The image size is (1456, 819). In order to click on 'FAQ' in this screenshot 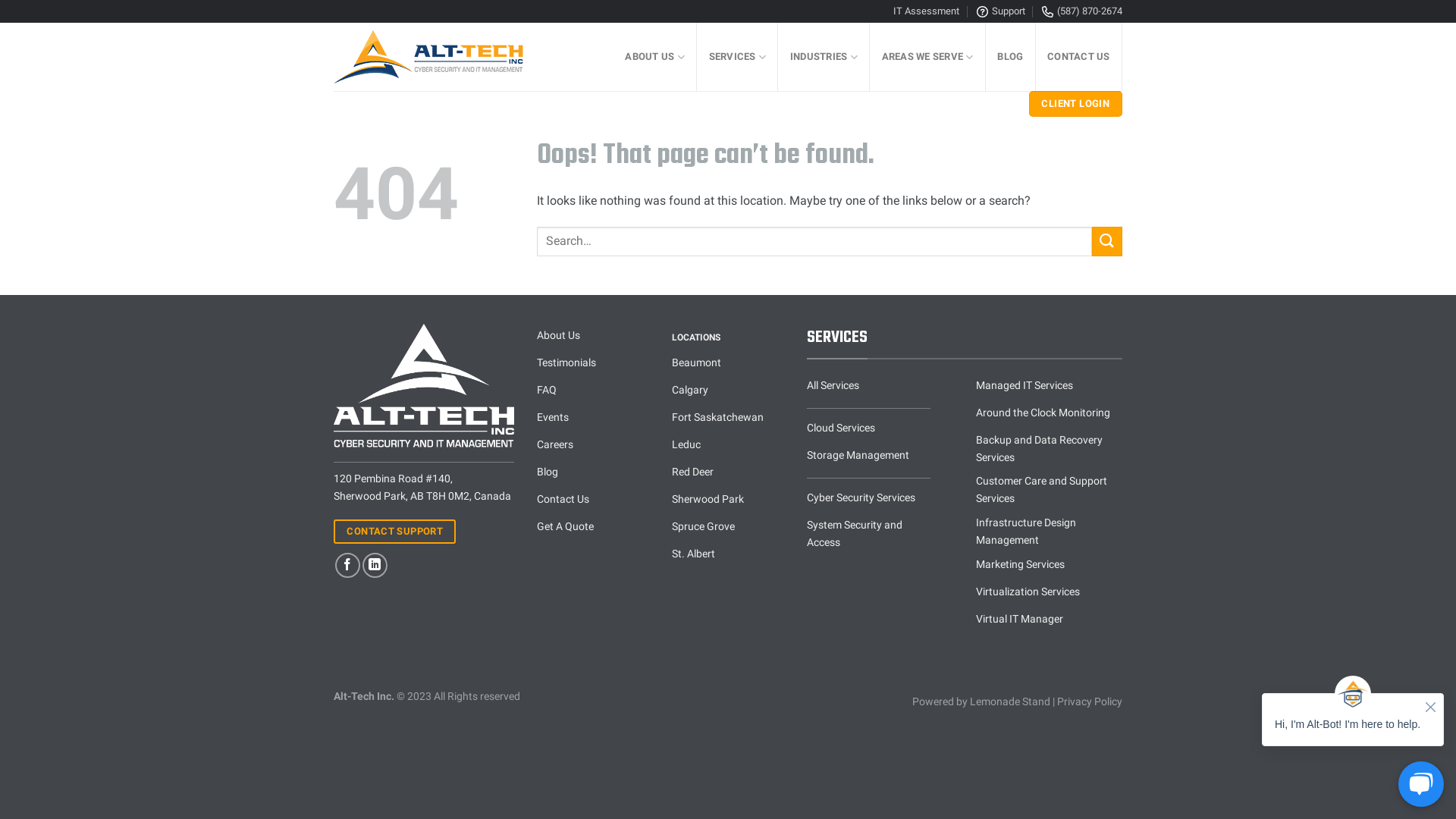, I will do `click(592, 391)`.